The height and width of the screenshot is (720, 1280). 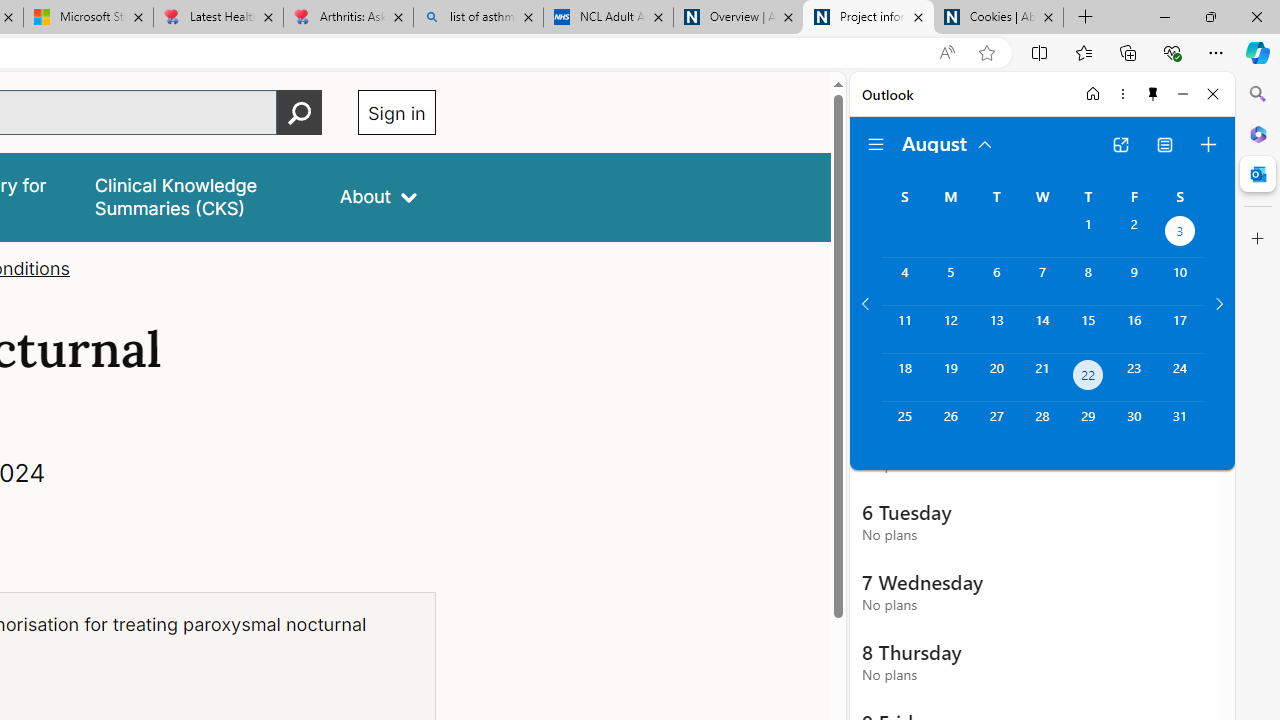 I want to click on 'Wednesday, August 14, 2024. ', so click(x=1041, y=328).